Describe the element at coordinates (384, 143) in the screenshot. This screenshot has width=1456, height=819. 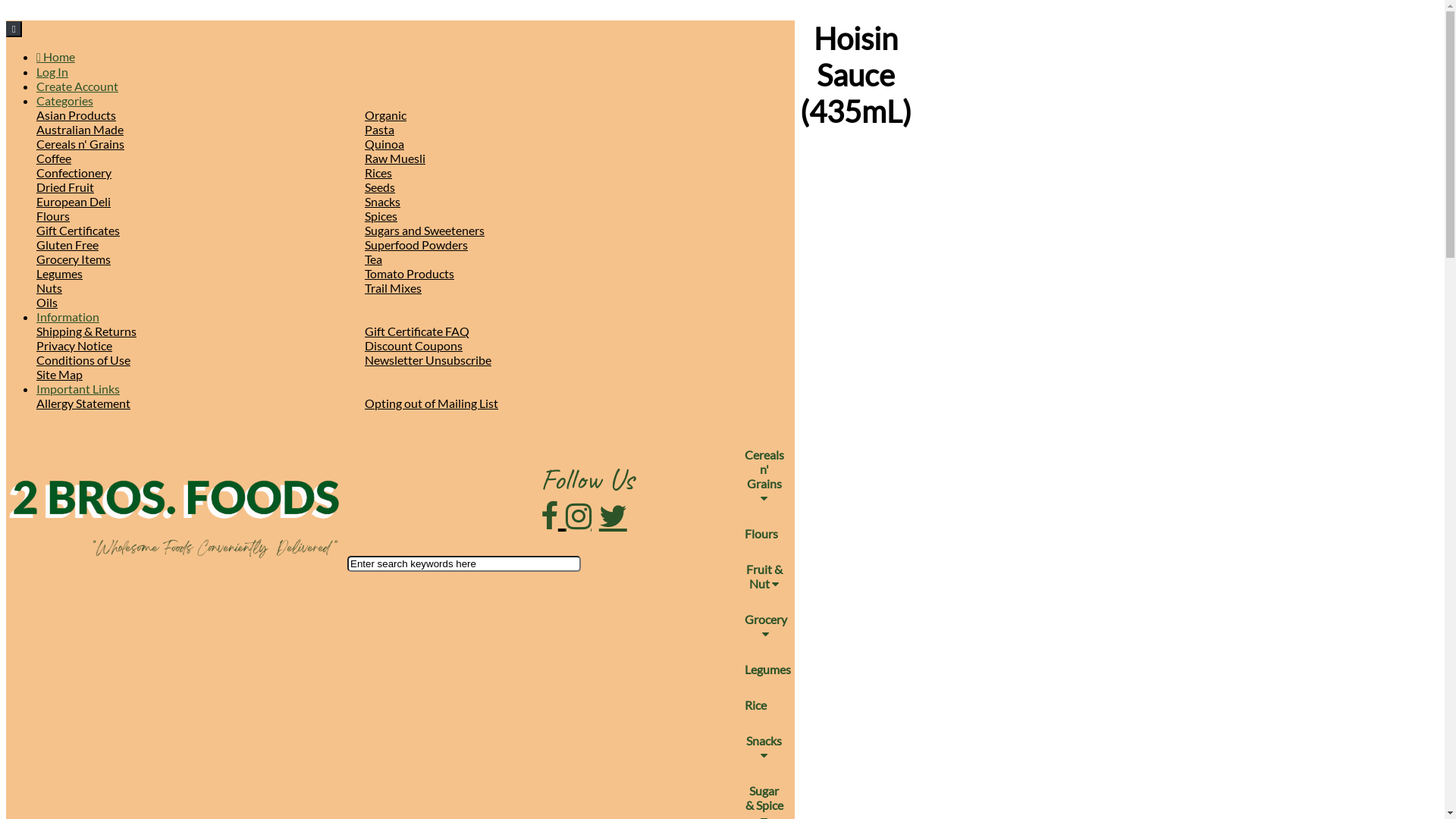
I see `'Quinoa'` at that location.